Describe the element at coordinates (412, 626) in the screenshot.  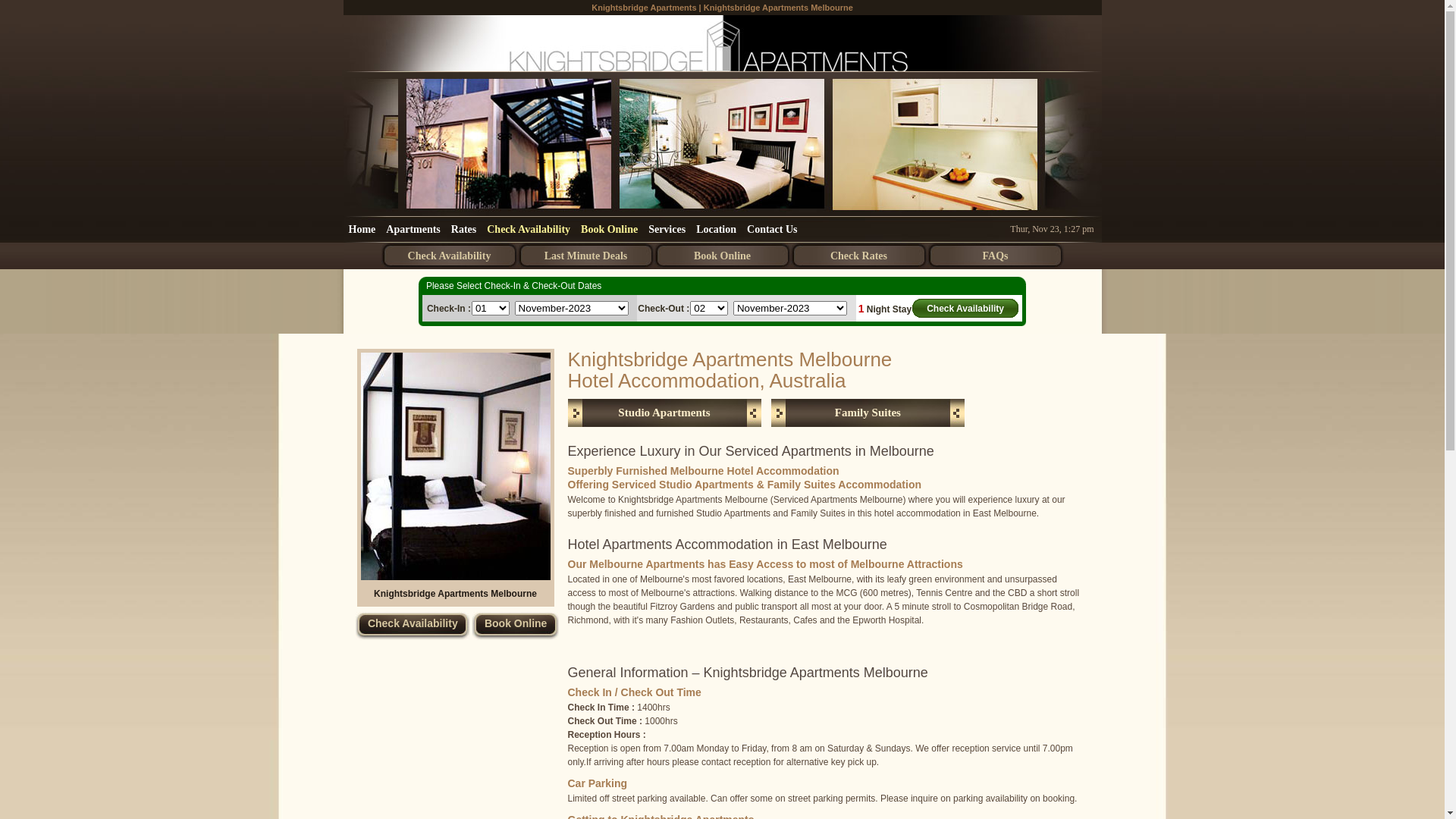
I see `'Check Availability'` at that location.